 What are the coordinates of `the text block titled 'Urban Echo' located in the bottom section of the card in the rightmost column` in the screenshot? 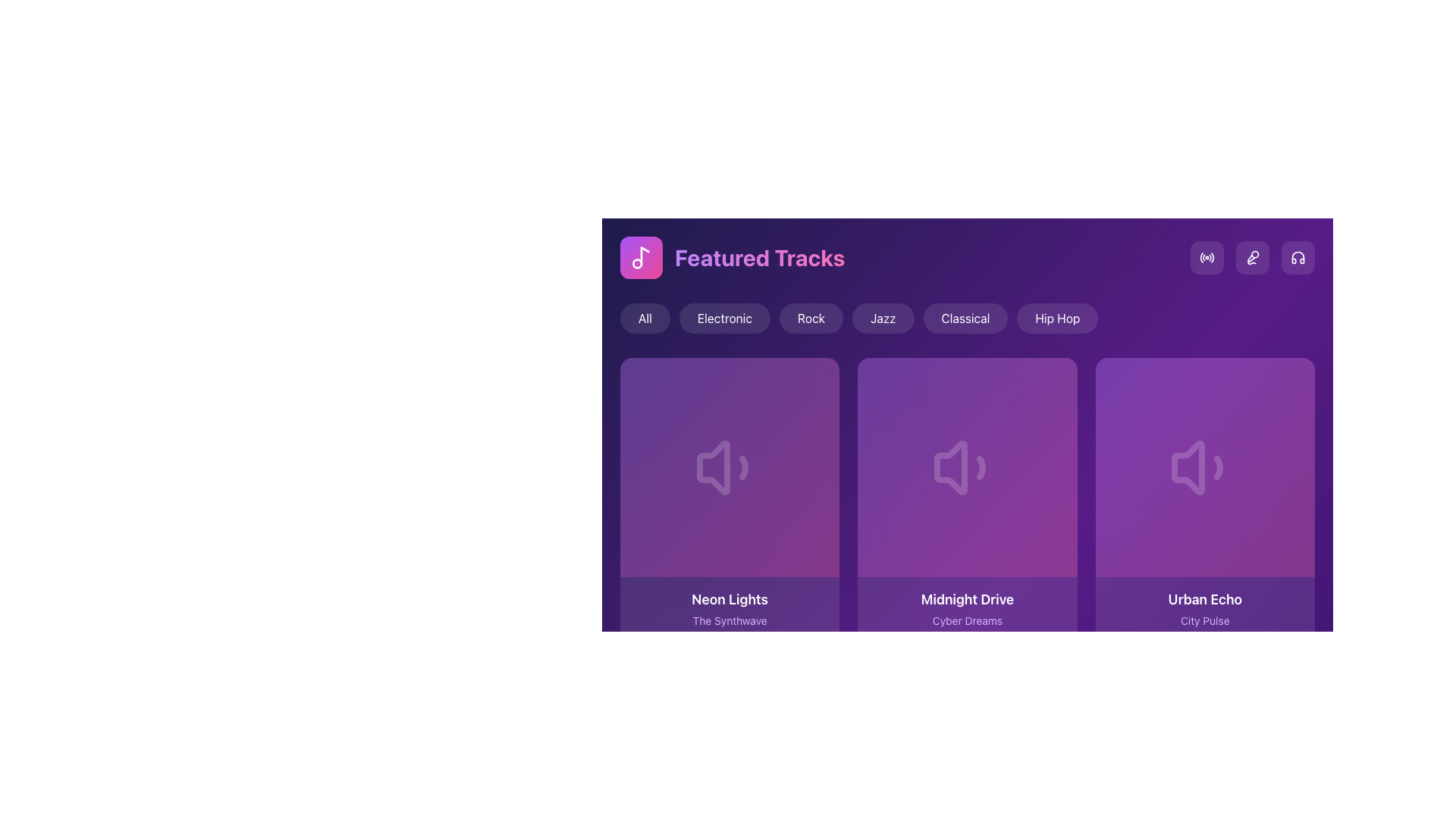 It's located at (1204, 608).